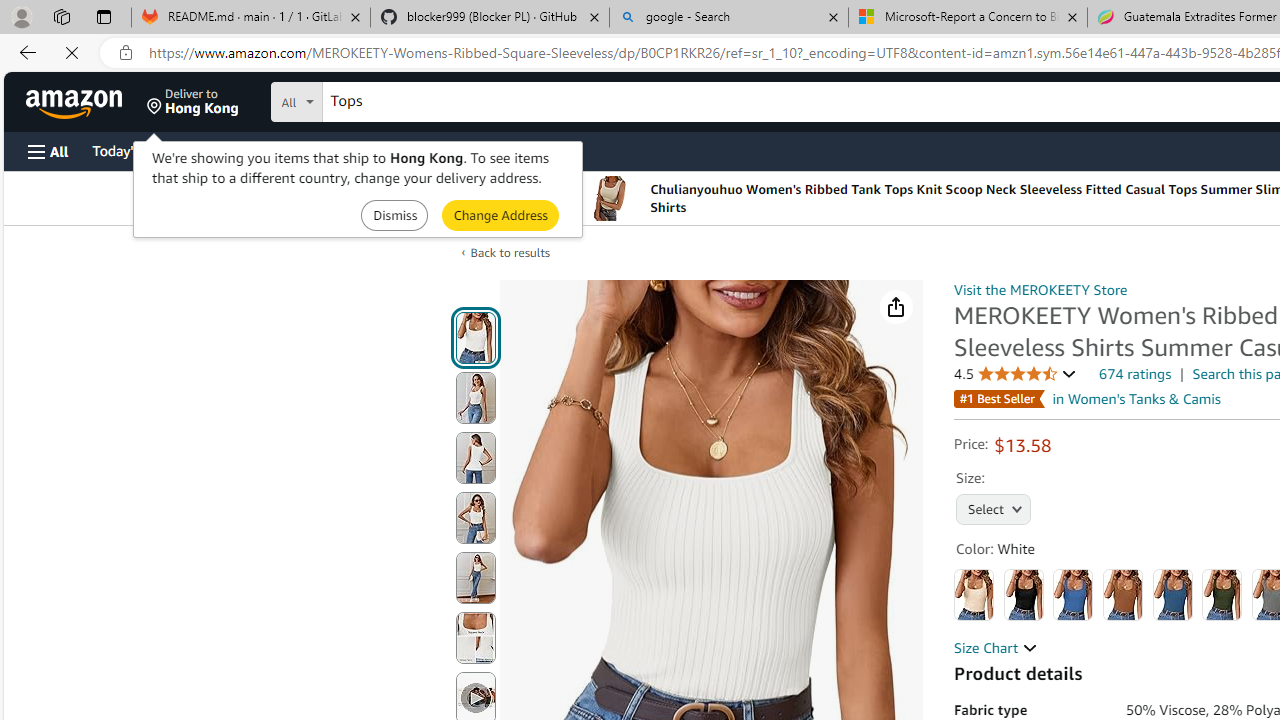 The image size is (1280, 720). What do you see at coordinates (995, 648) in the screenshot?
I see `'Size Chart '` at bounding box center [995, 648].